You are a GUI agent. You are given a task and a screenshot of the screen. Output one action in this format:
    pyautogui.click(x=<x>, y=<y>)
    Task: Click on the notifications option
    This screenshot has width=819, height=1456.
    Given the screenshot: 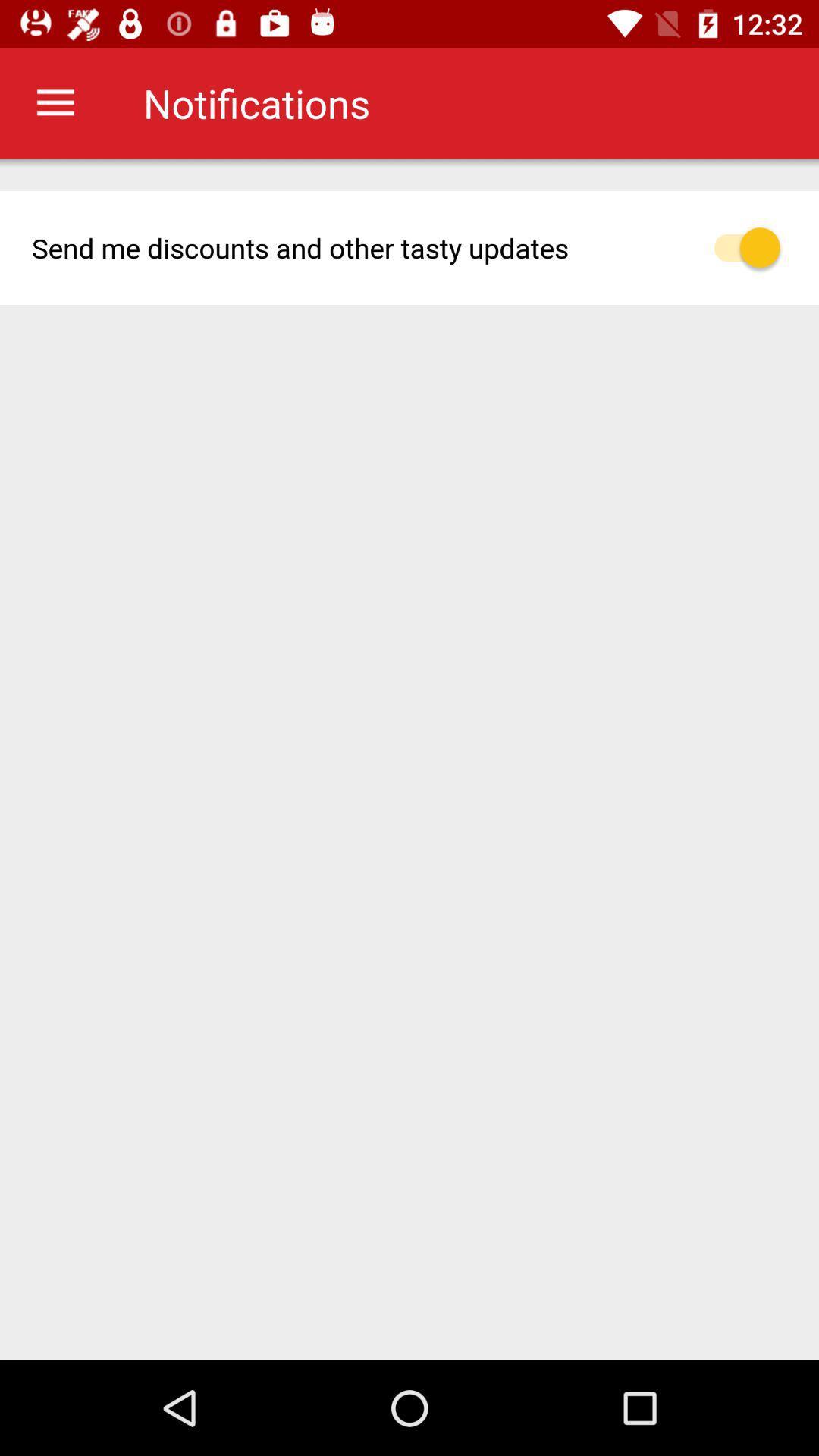 What is the action you would take?
    pyautogui.click(x=755, y=247)
    